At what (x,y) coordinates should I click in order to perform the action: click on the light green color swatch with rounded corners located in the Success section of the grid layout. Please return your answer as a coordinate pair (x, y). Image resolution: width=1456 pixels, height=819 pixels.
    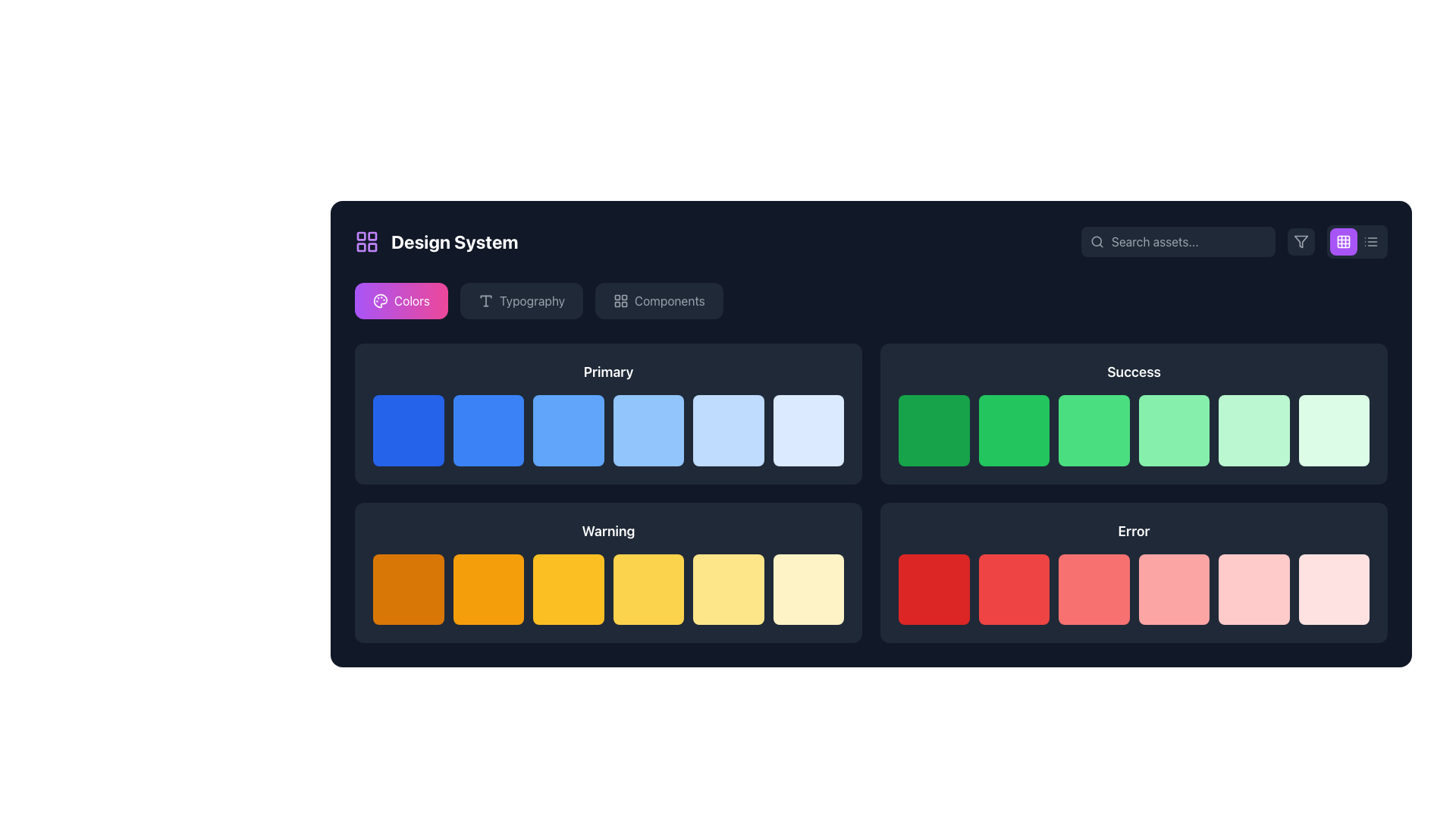
    Looking at the image, I should click on (1173, 430).